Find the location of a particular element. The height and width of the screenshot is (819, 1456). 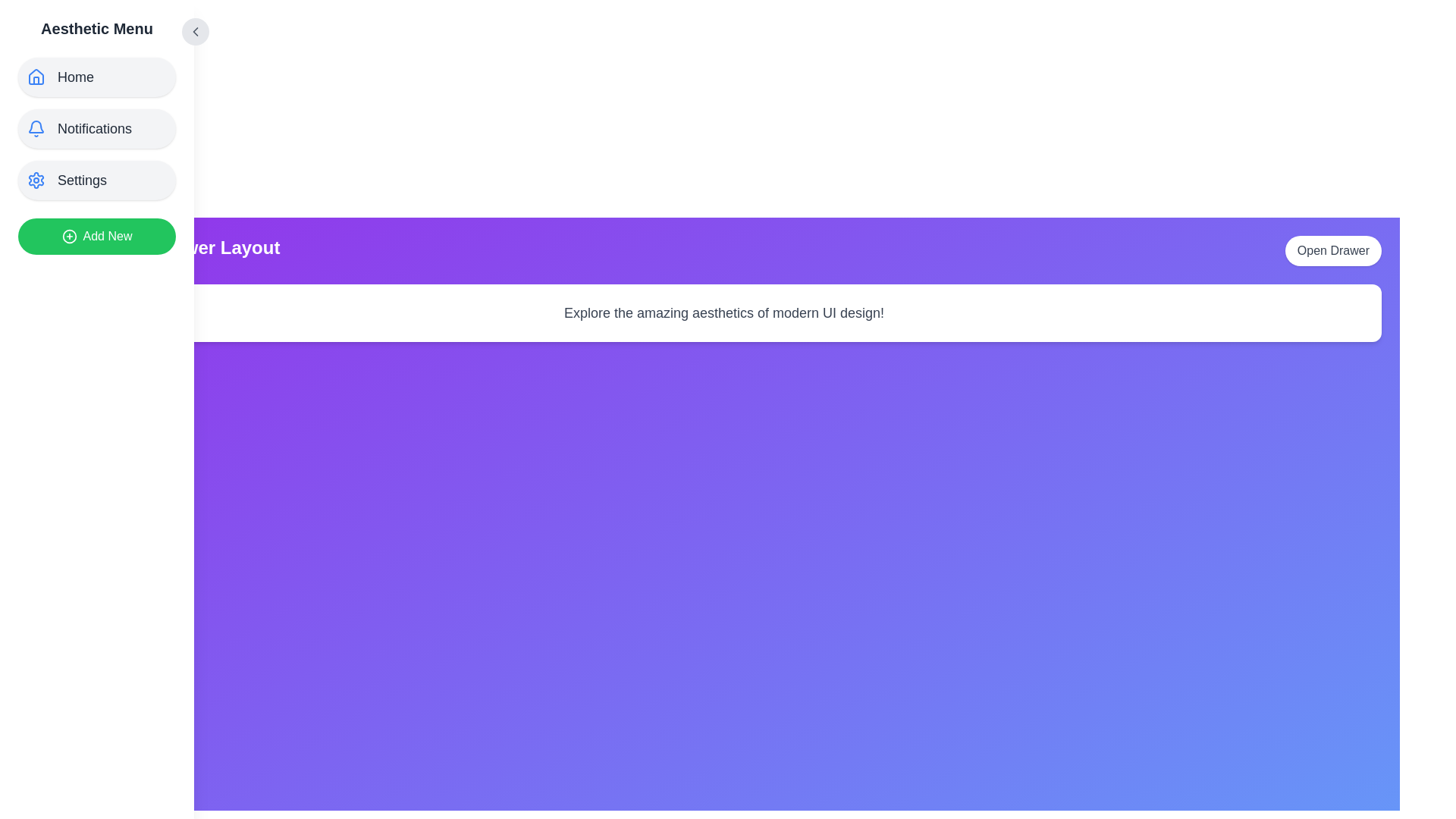

the notifications icon located to the left of the 'Notifications' text in the second button of the vertical sidebar menu is located at coordinates (36, 127).